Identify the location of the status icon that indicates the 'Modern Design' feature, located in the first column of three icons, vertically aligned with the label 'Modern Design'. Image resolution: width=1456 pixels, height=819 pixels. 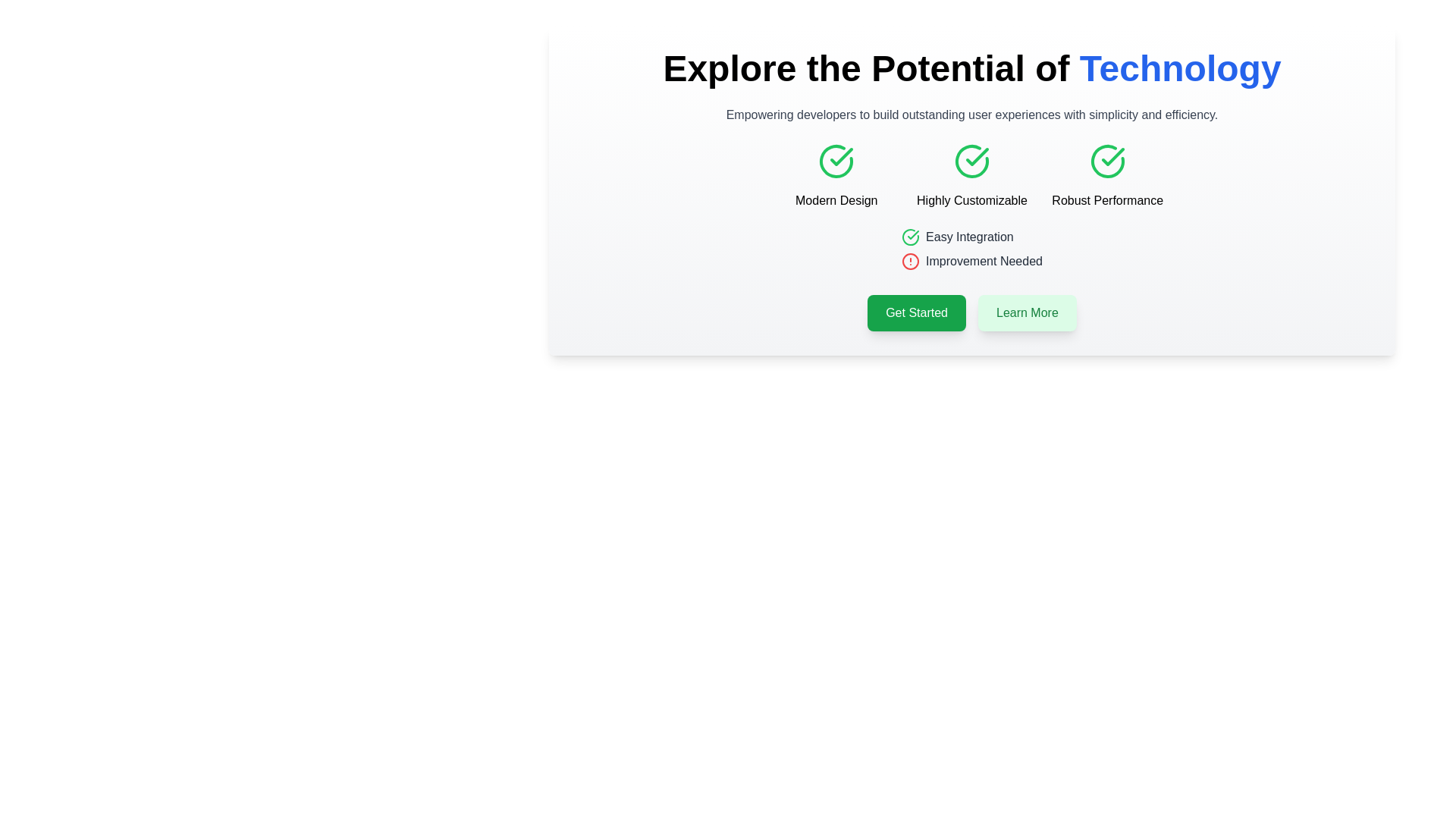
(836, 161).